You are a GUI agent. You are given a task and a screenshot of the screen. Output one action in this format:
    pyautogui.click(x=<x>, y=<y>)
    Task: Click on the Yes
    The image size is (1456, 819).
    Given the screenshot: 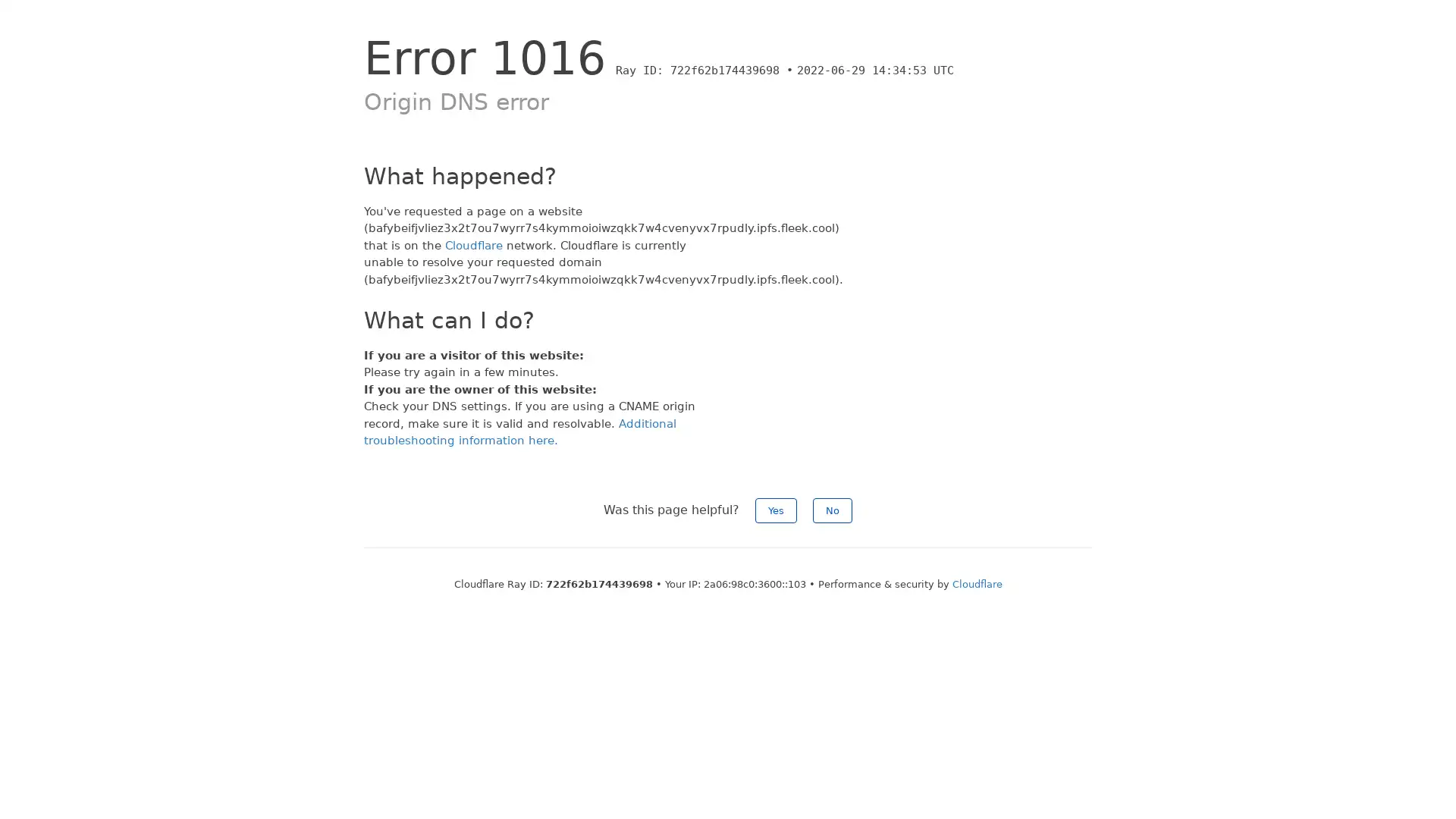 What is the action you would take?
    pyautogui.click(x=776, y=510)
    